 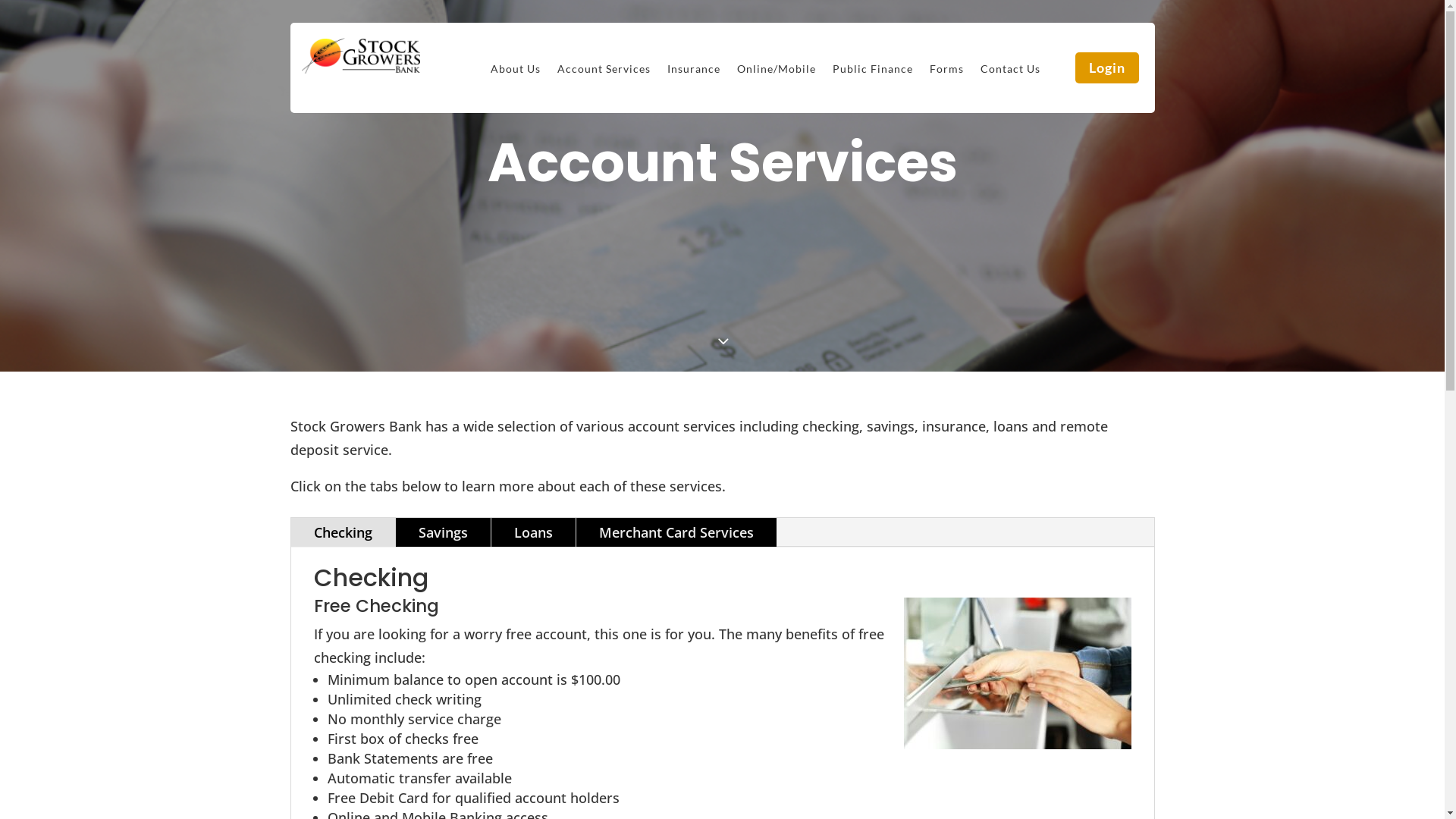 What do you see at coordinates (342, 532) in the screenshot?
I see `'Checking'` at bounding box center [342, 532].